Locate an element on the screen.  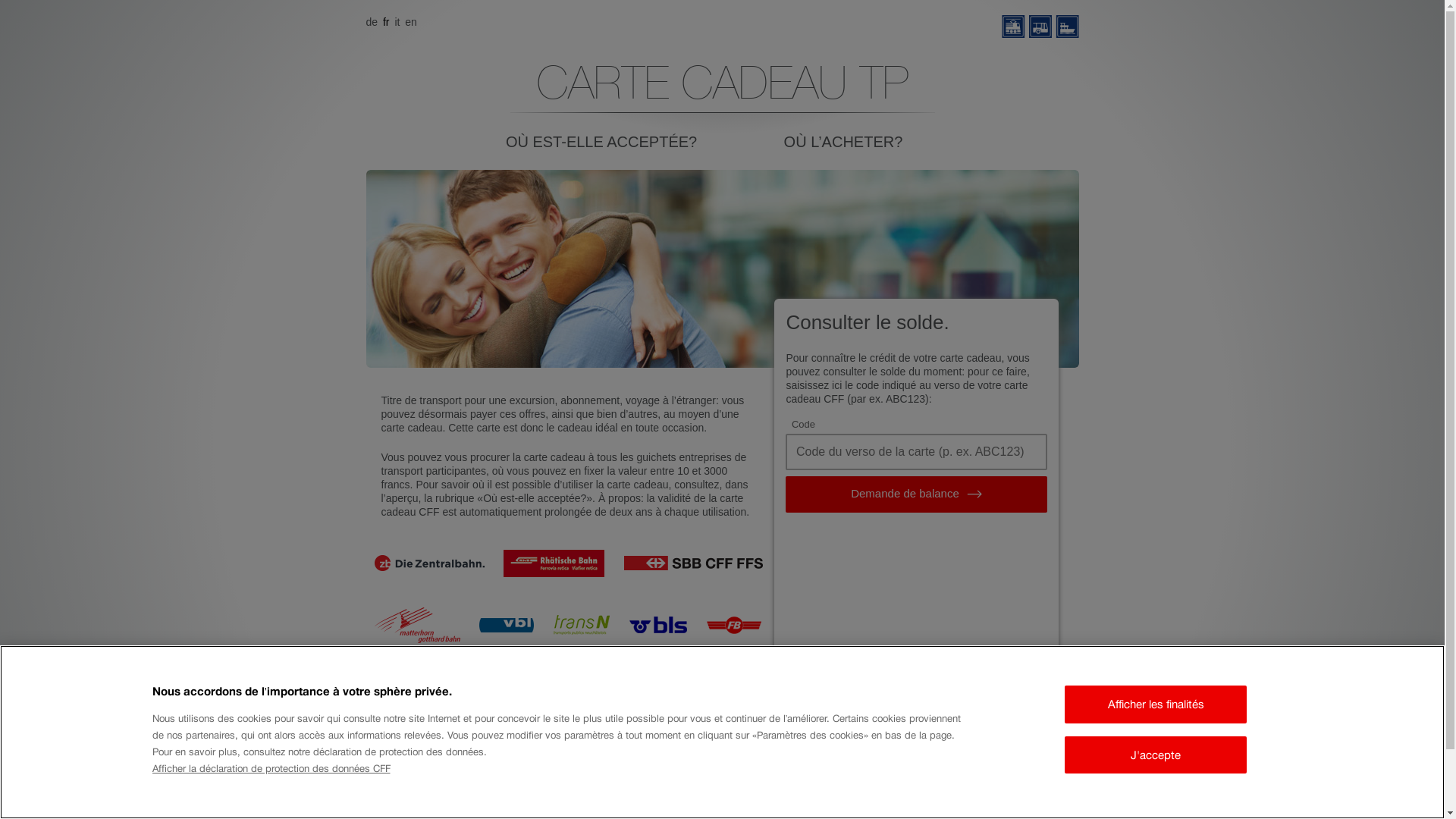
'it' is located at coordinates (398, 22).